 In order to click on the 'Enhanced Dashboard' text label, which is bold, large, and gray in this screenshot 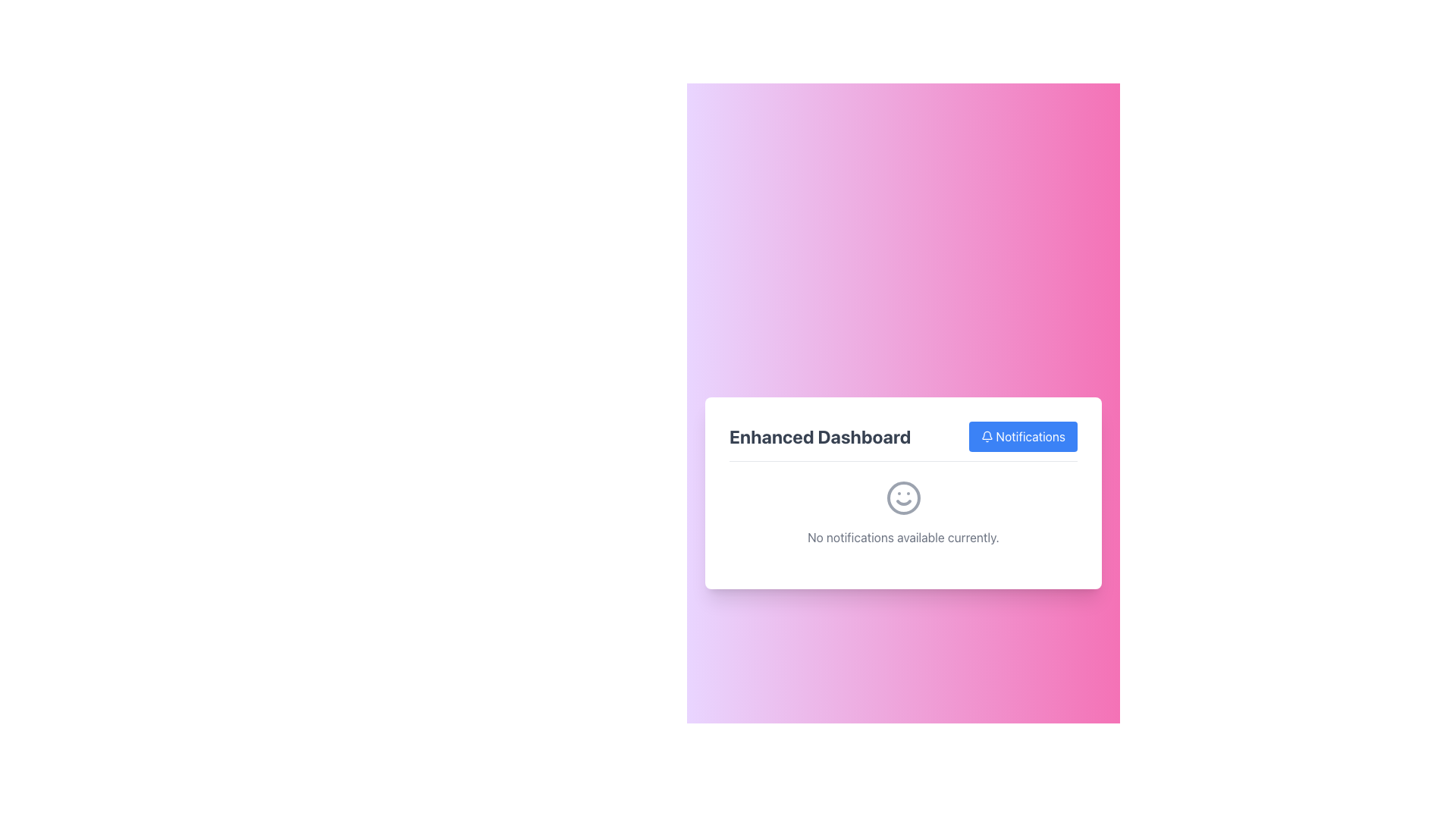, I will do `click(819, 436)`.